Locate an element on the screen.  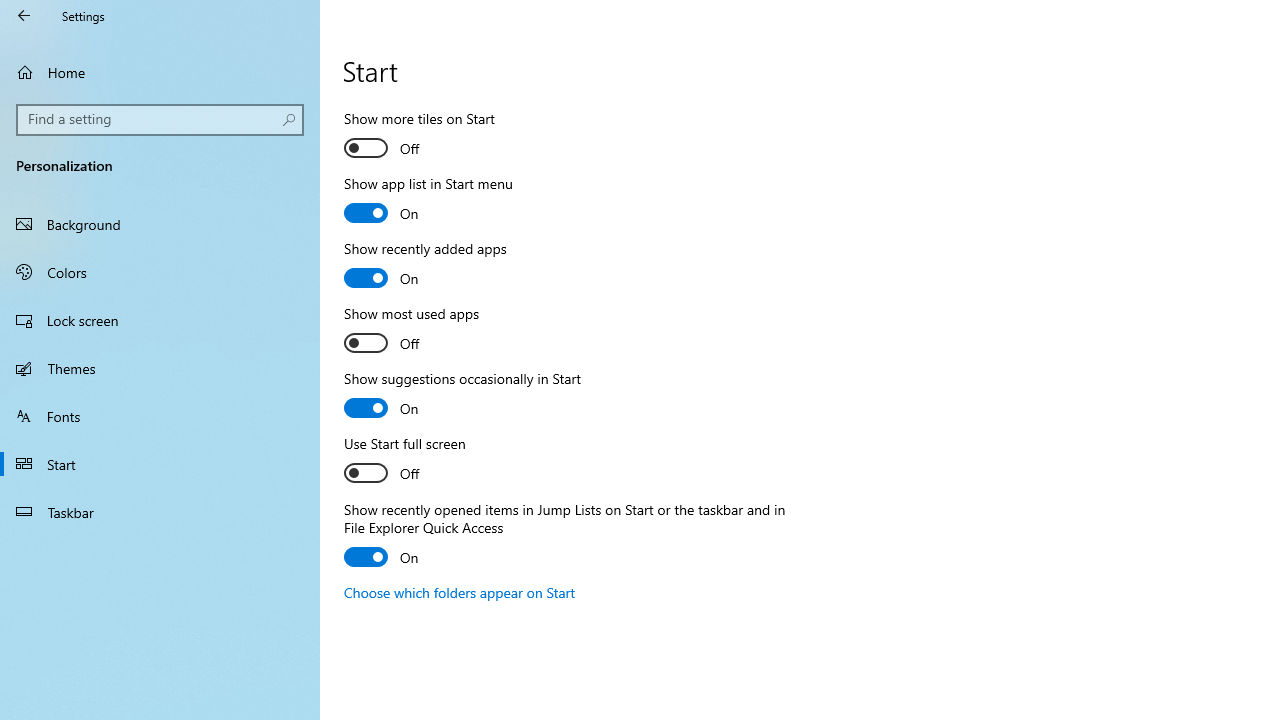
'Search box, Find a setting' is located at coordinates (160, 119).